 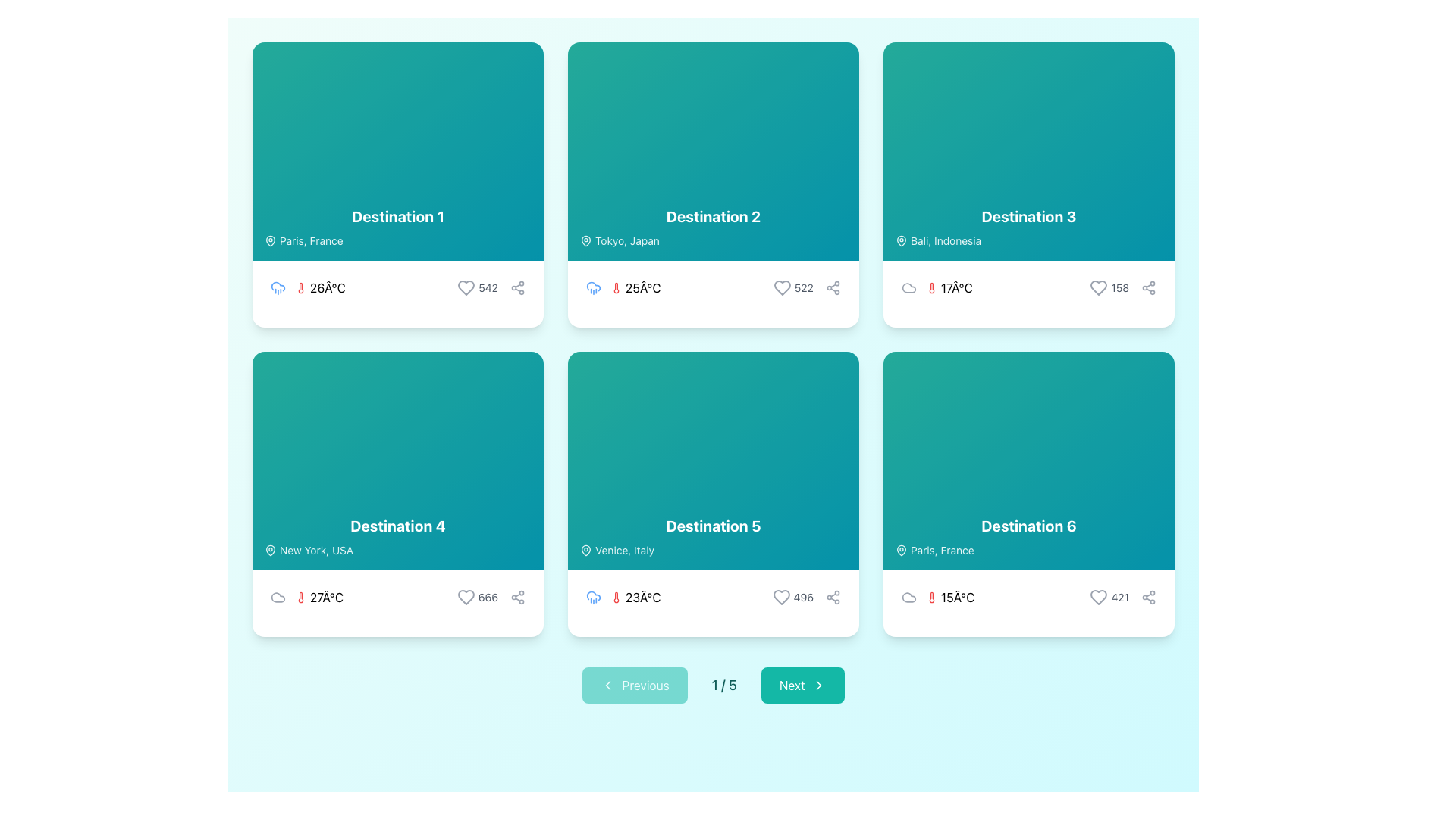 I want to click on the blue cloud icon with rain, located in the 'Destination 5' card to the left of '23°C', to get more detailed weather information, so click(x=592, y=596).